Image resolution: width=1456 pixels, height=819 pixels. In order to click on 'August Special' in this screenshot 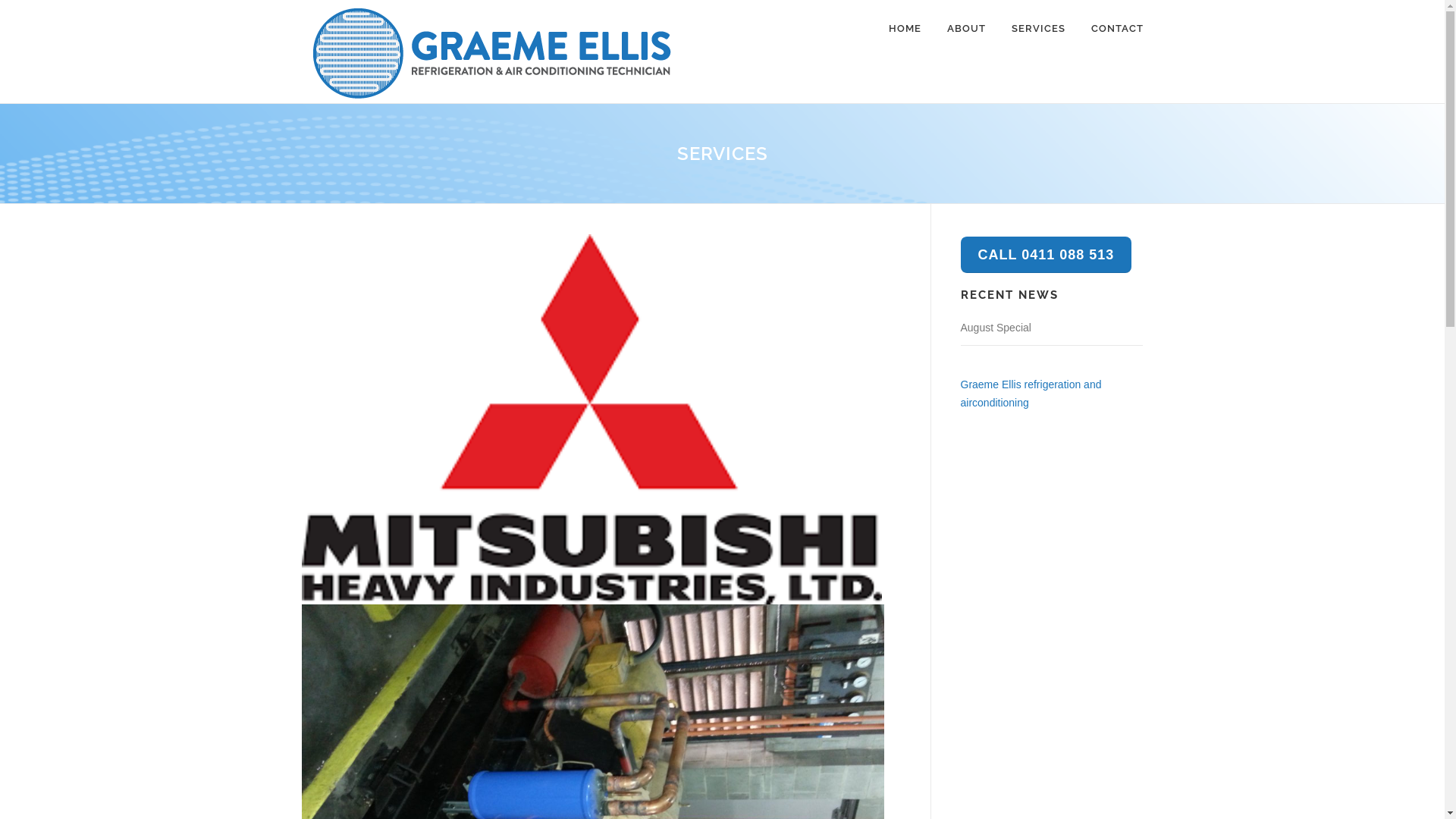, I will do `click(995, 327)`.